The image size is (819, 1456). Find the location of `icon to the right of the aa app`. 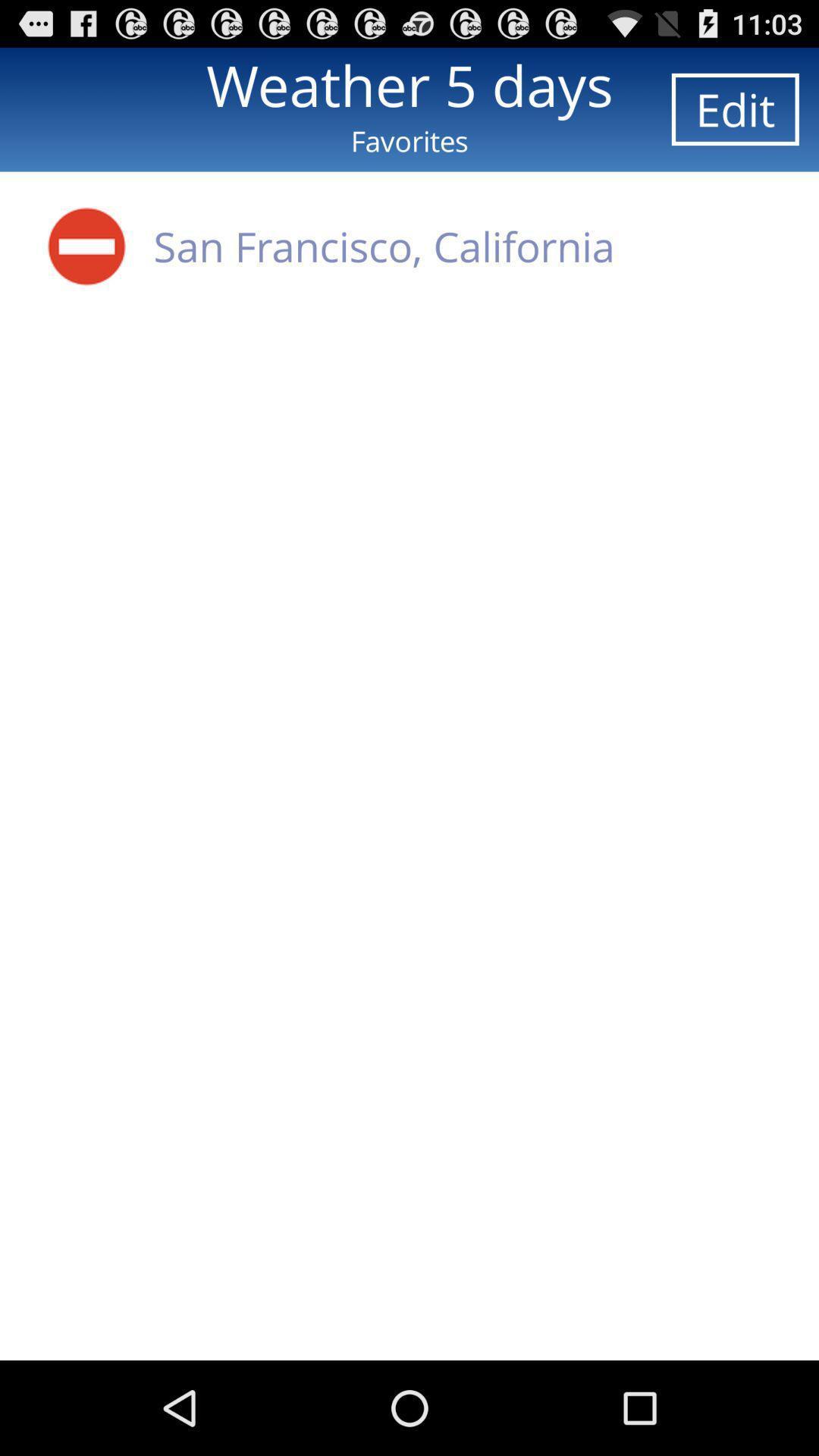

icon to the right of the aa app is located at coordinates (383, 246).